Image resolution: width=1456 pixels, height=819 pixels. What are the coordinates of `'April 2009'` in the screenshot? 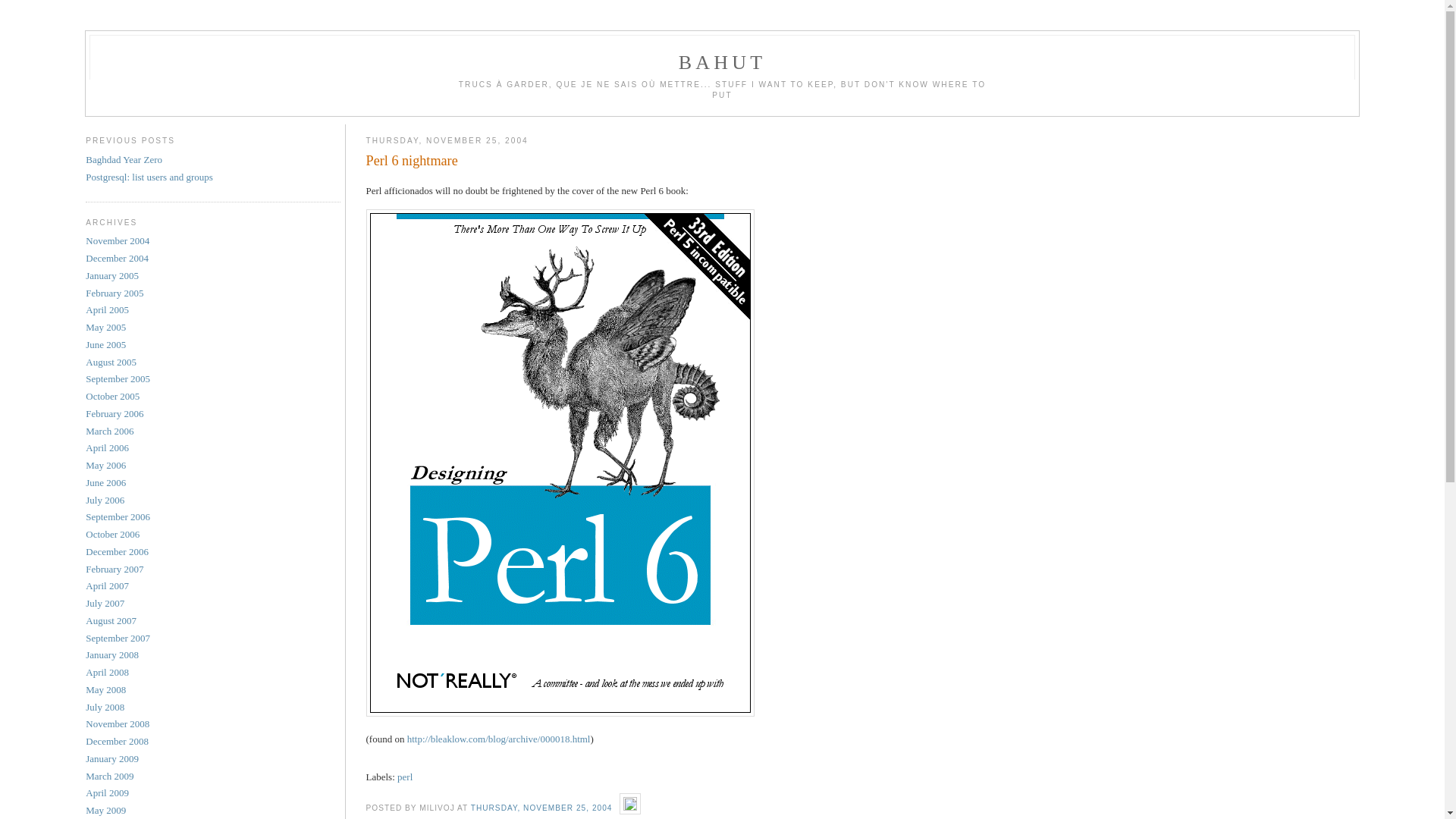 It's located at (106, 792).